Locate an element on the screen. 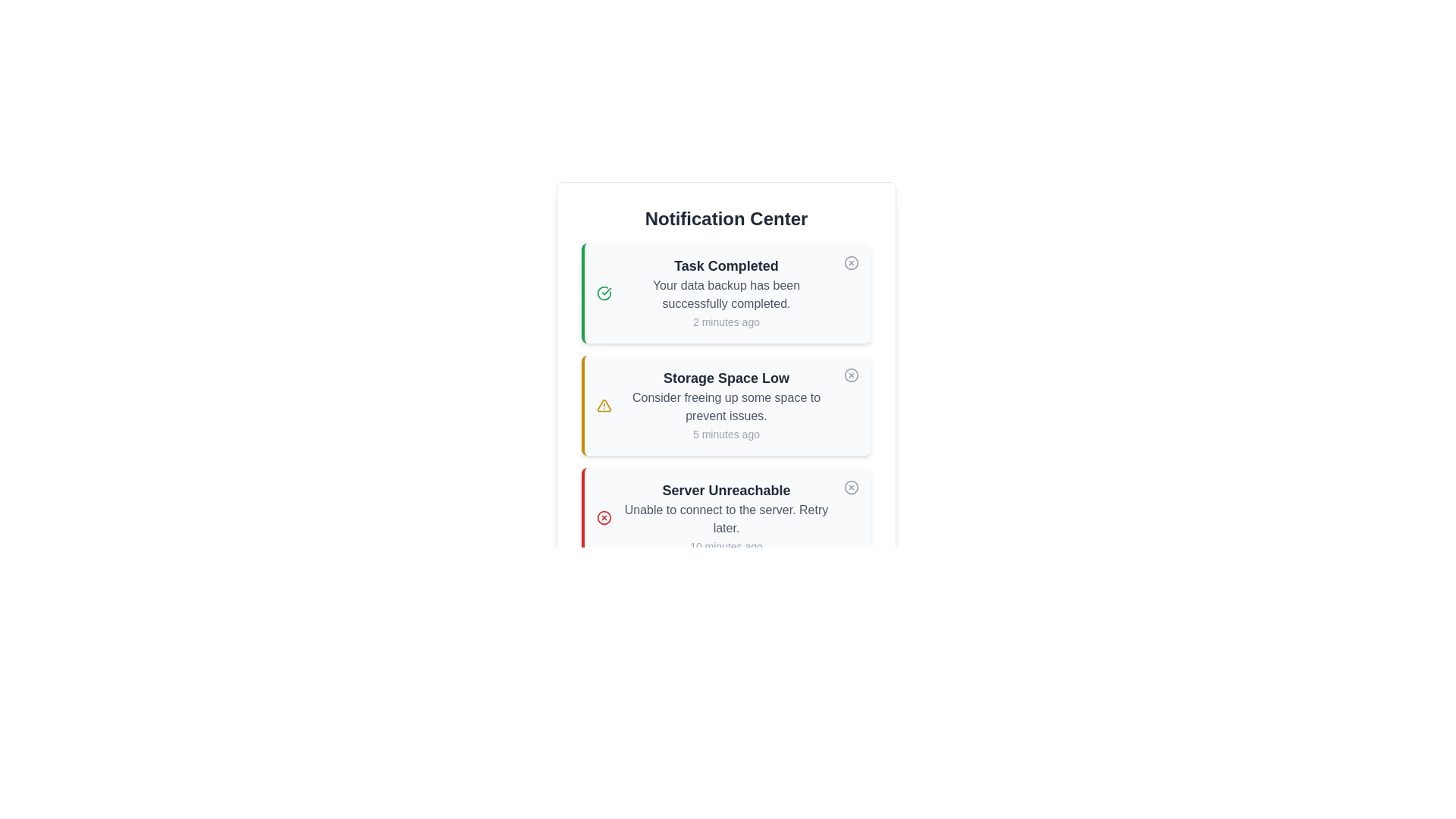  the timestamp text label, which indicates the recency of the corresponding notification, to potentially reveal additional information is located at coordinates (726, 321).